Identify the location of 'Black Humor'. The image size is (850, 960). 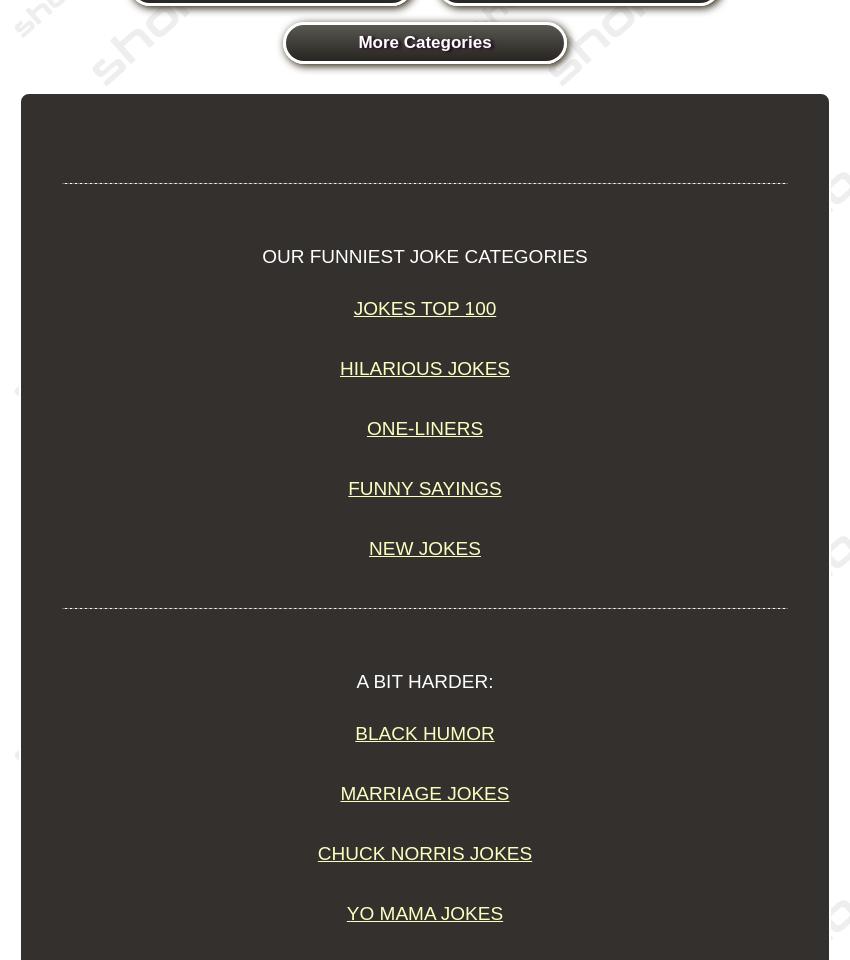
(424, 732).